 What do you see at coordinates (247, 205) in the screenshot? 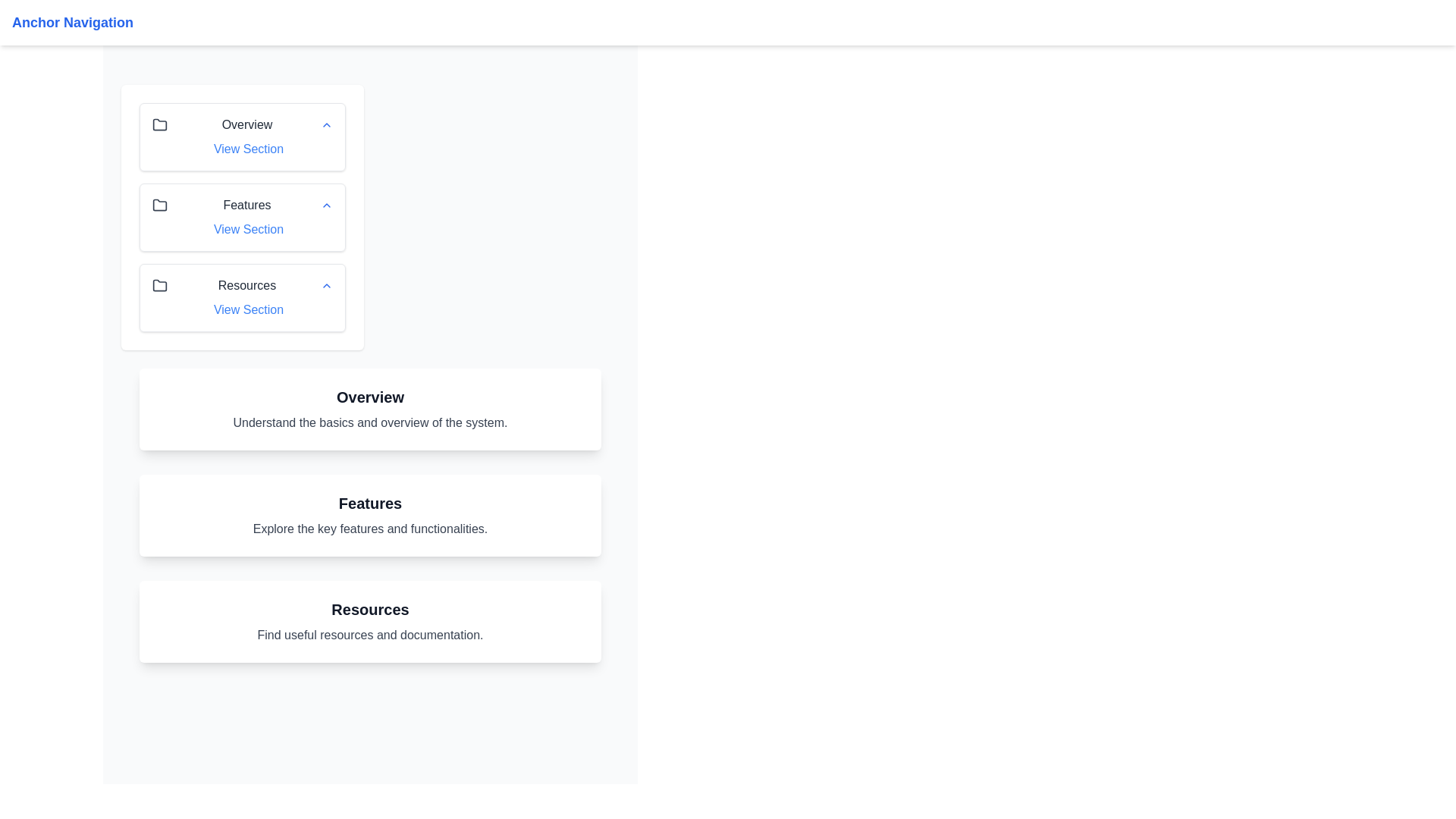
I see `'Features' text label located in the left navigation panel, positioned below 'Overview' and above 'Resources', slightly to the right of the folder icon` at bounding box center [247, 205].